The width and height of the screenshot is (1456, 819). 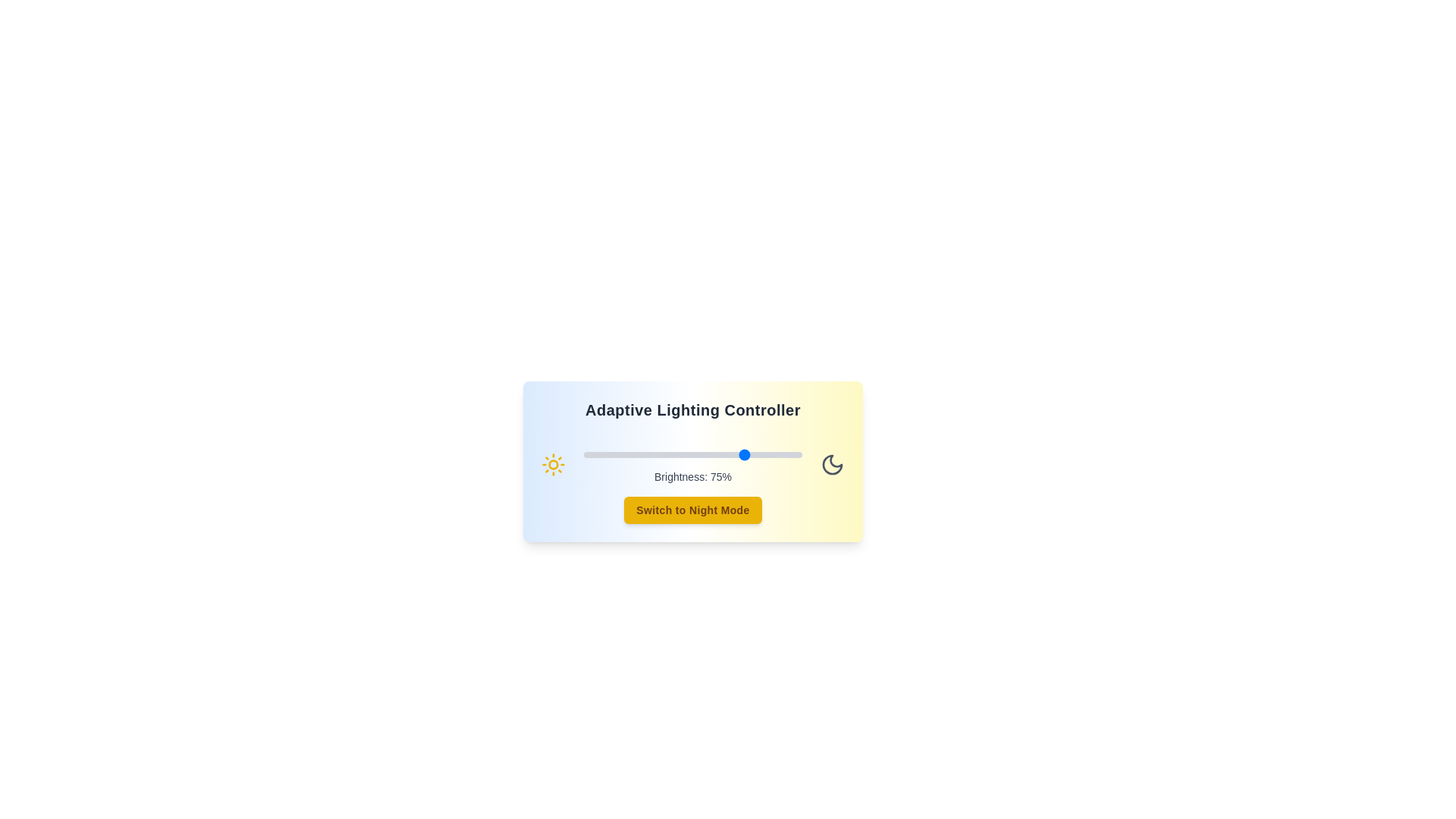 What do you see at coordinates (614, 454) in the screenshot?
I see `the brightness level` at bounding box center [614, 454].